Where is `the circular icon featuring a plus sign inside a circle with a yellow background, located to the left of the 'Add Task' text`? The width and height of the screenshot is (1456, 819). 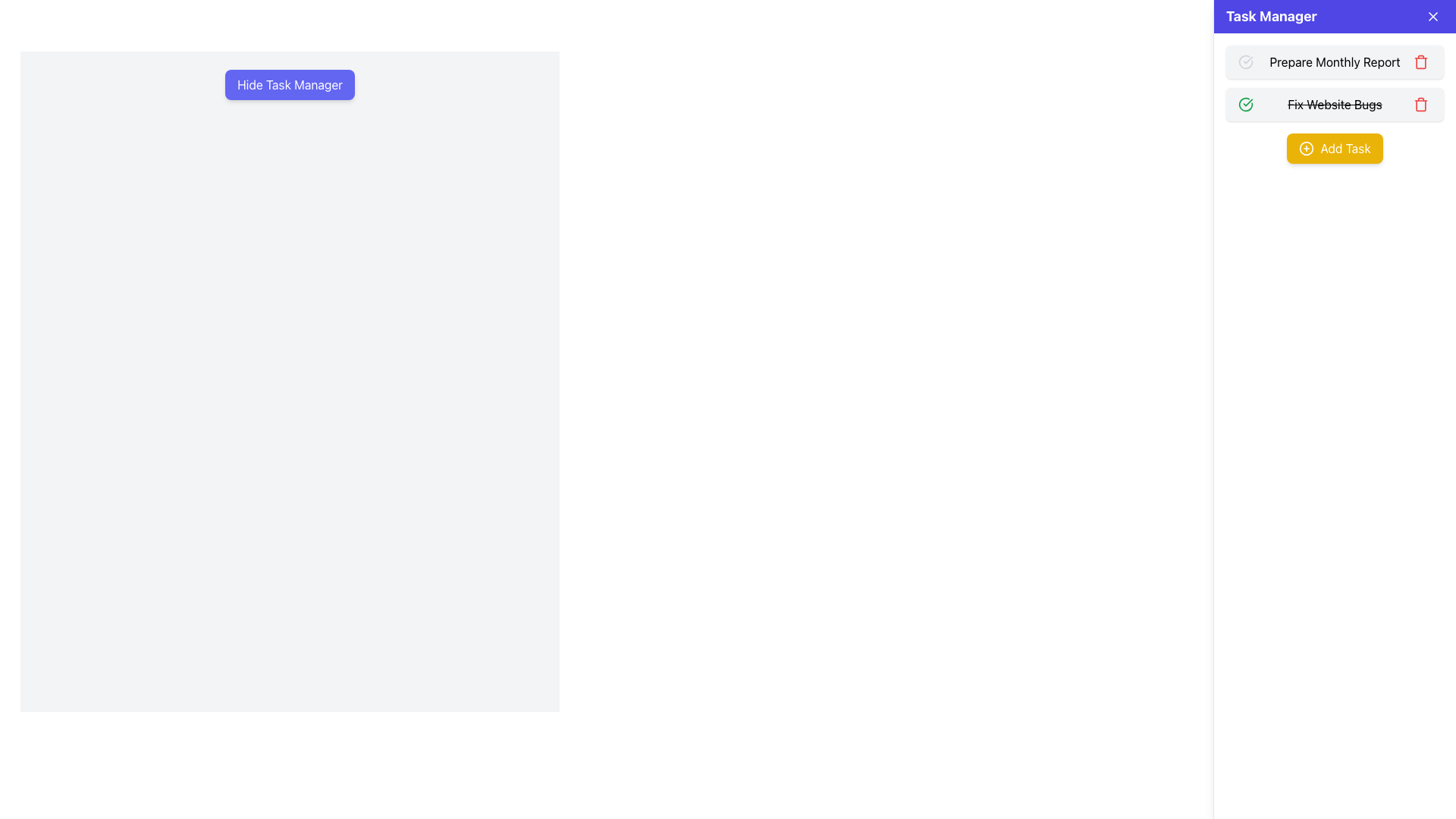
the circular icon featuring a plus sign inside a circle with a yellow background, located to the left of the 'Add Task' text is located at coordinates (1306, 149).